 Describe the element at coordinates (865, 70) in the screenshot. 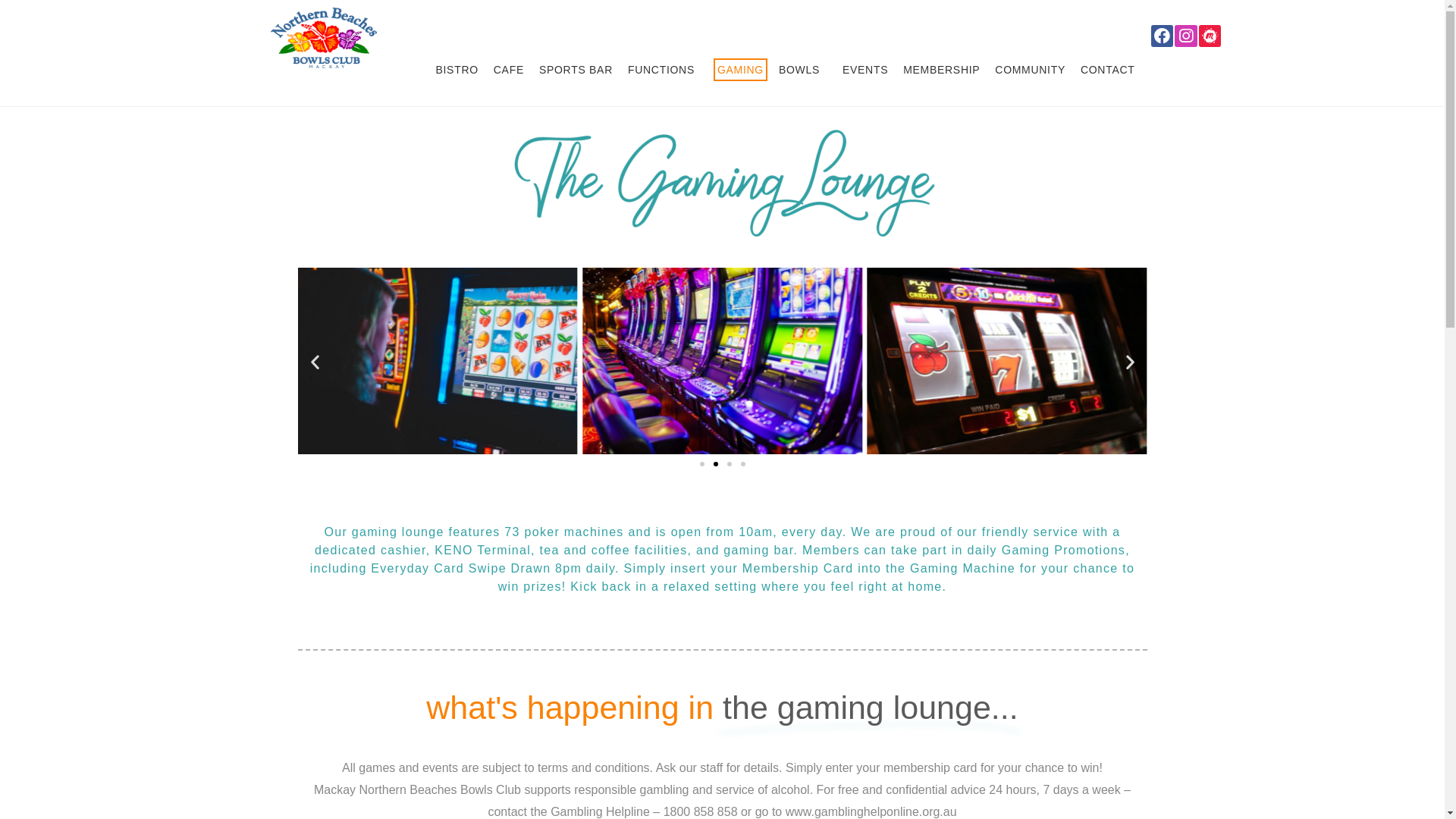

I see `'EVENTS'` at that location.